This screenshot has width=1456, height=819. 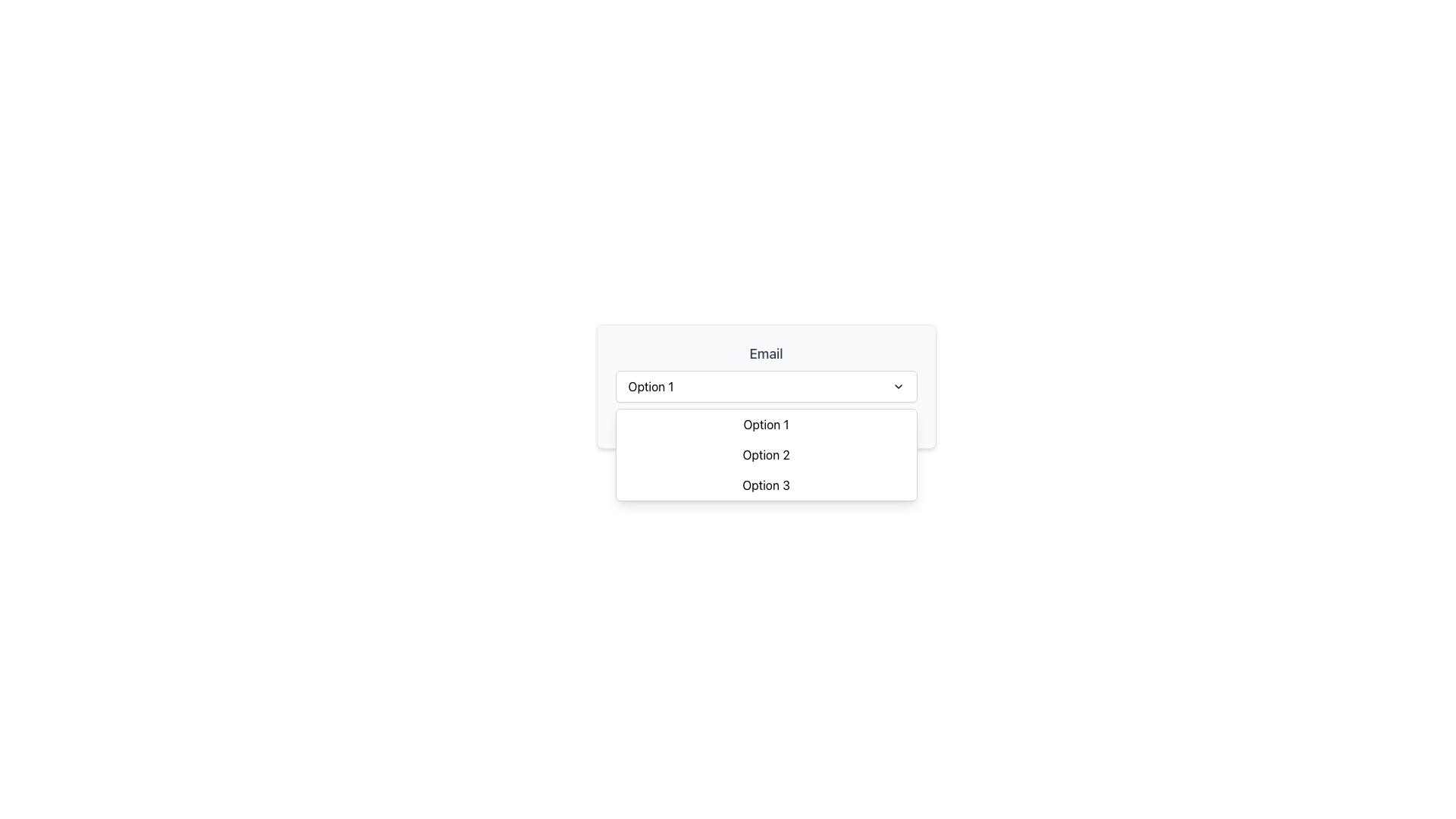 What do you see at coordinates (789, 422) in the screenshot?
I see `the first selectable option in the dropdown menu labeled 'Option 1'` at bounding box center [789, 422].